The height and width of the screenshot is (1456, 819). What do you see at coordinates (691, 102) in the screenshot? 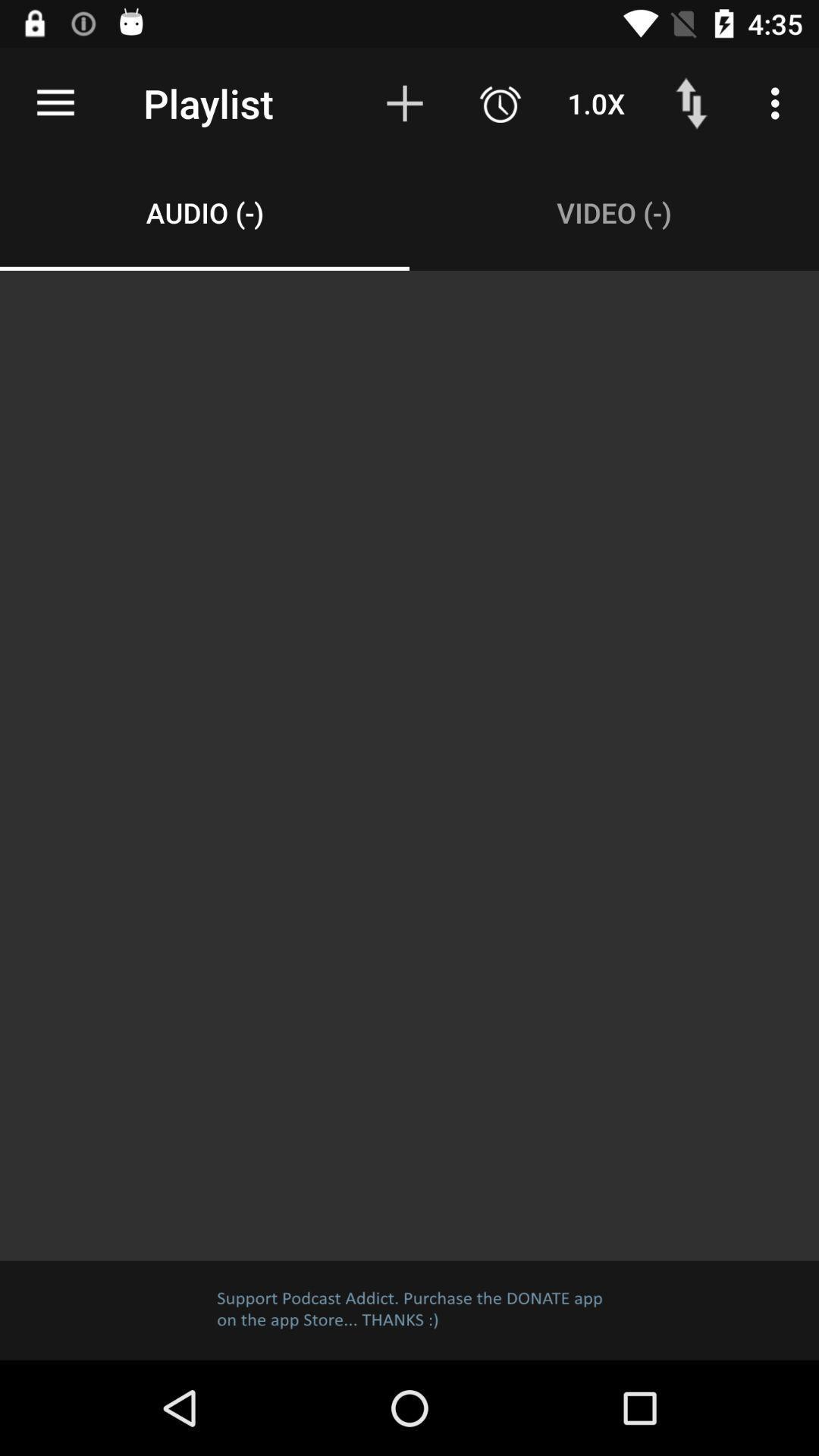
I see `the item next to the 1.0x item` at bounding box center [691, 102].